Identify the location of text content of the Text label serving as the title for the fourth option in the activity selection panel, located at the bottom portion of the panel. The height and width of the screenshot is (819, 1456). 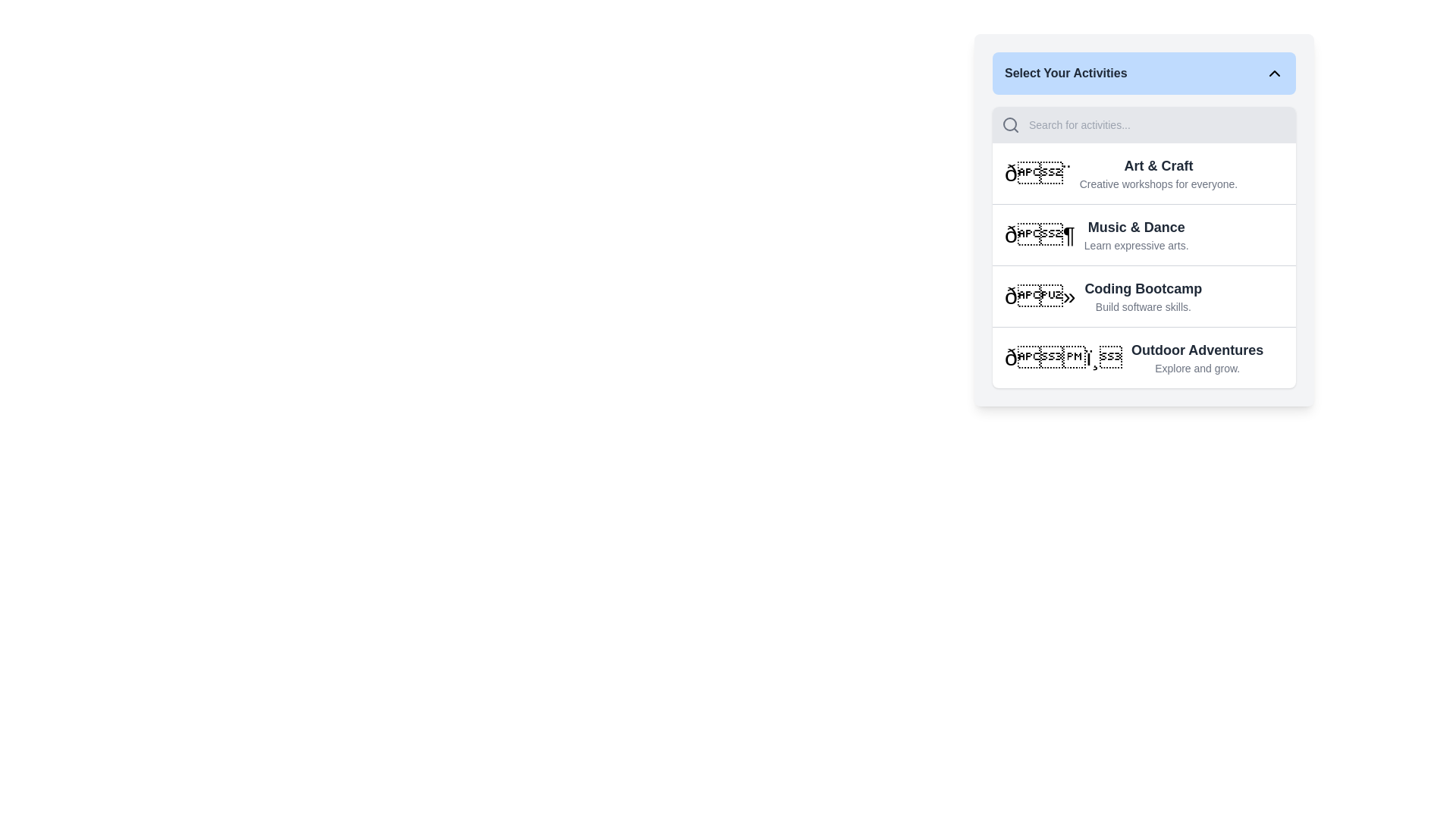
(1197, 350).